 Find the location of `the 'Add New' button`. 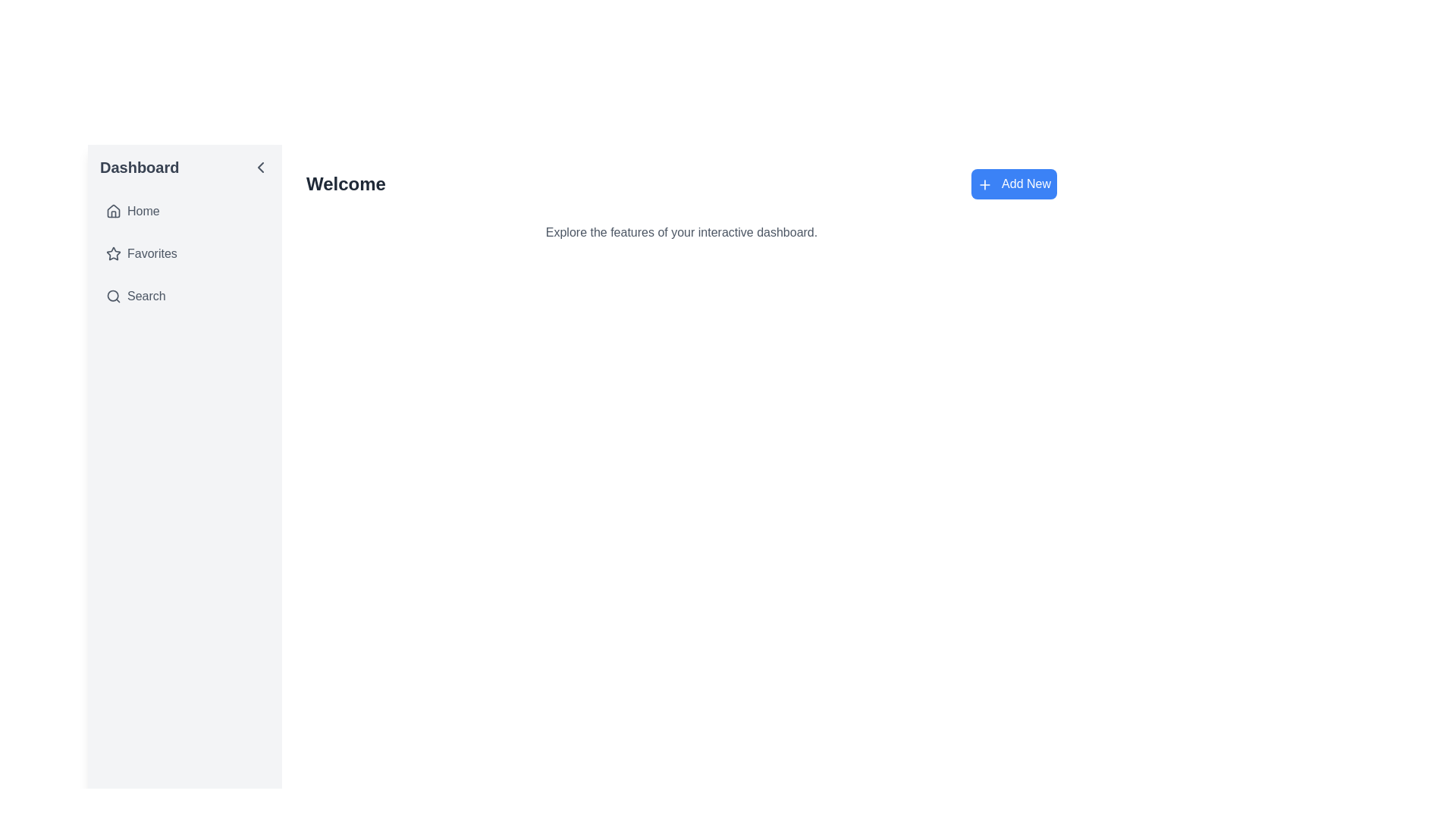

the 'Add New' button is located at coordinates (1014, 184).